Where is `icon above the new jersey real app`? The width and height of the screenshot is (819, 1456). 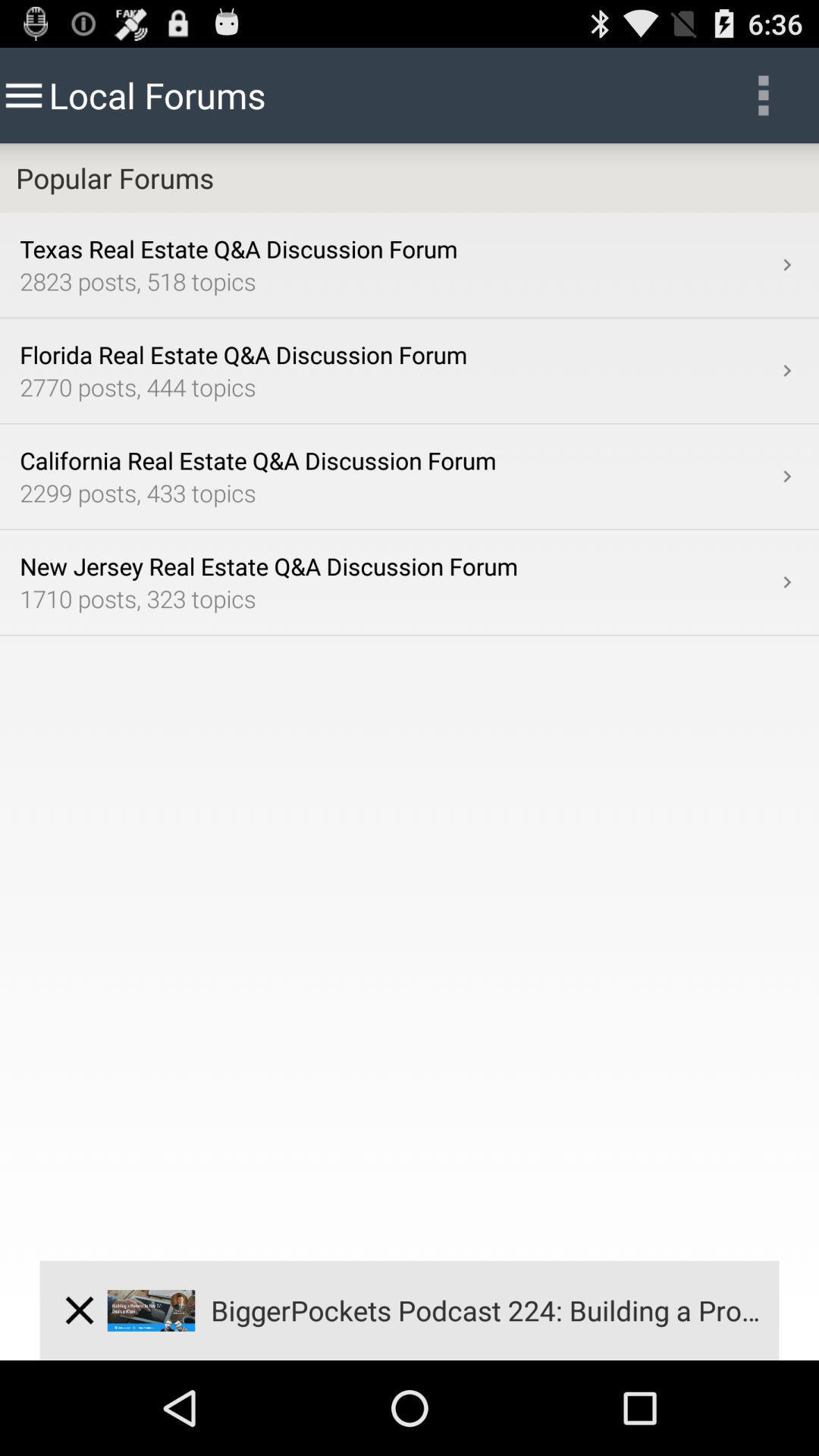
icon above the new jersey real app is located at coordinates (786, 475).